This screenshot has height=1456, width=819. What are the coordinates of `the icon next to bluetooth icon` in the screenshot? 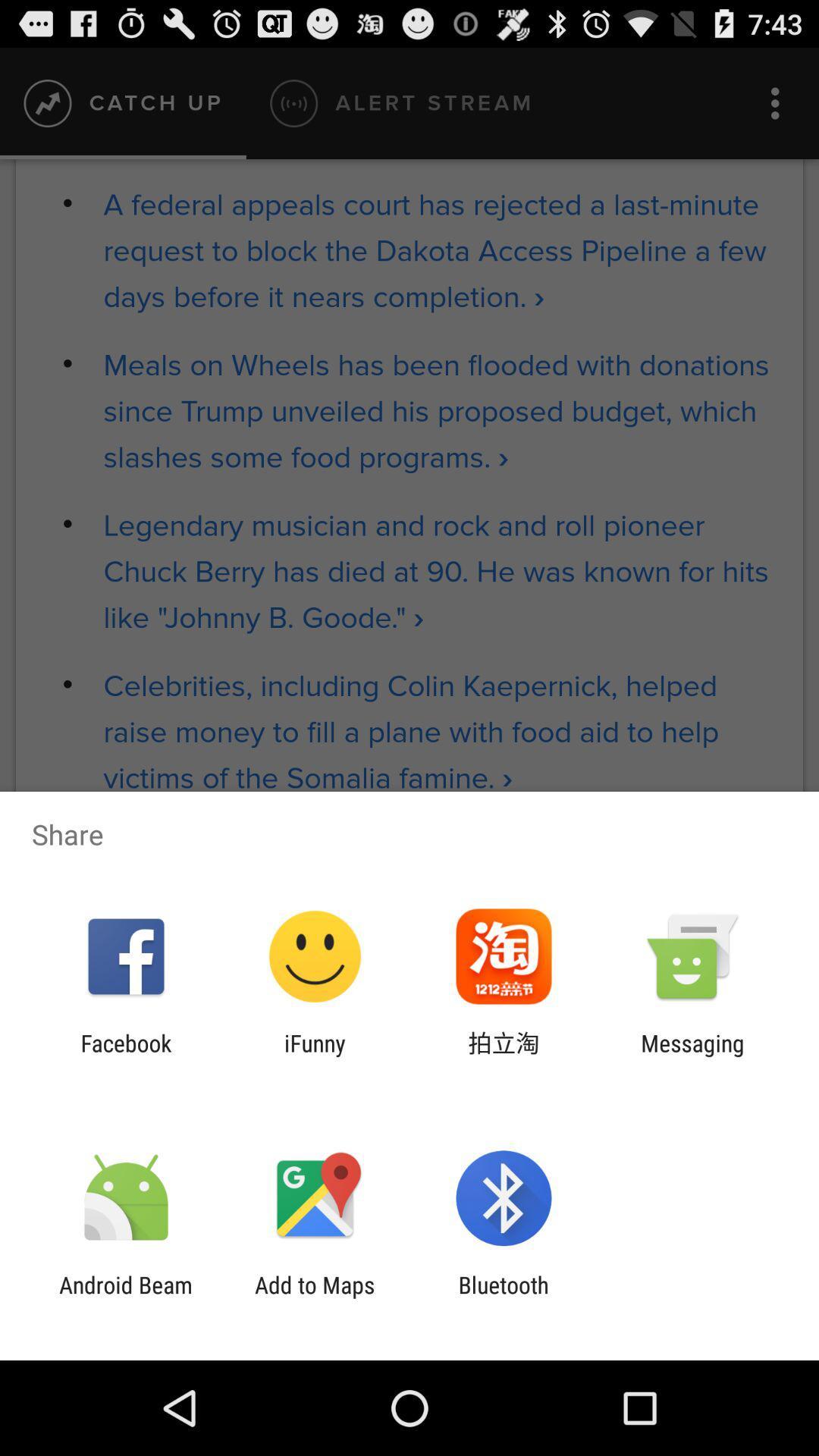 It's located at (314, 1298).